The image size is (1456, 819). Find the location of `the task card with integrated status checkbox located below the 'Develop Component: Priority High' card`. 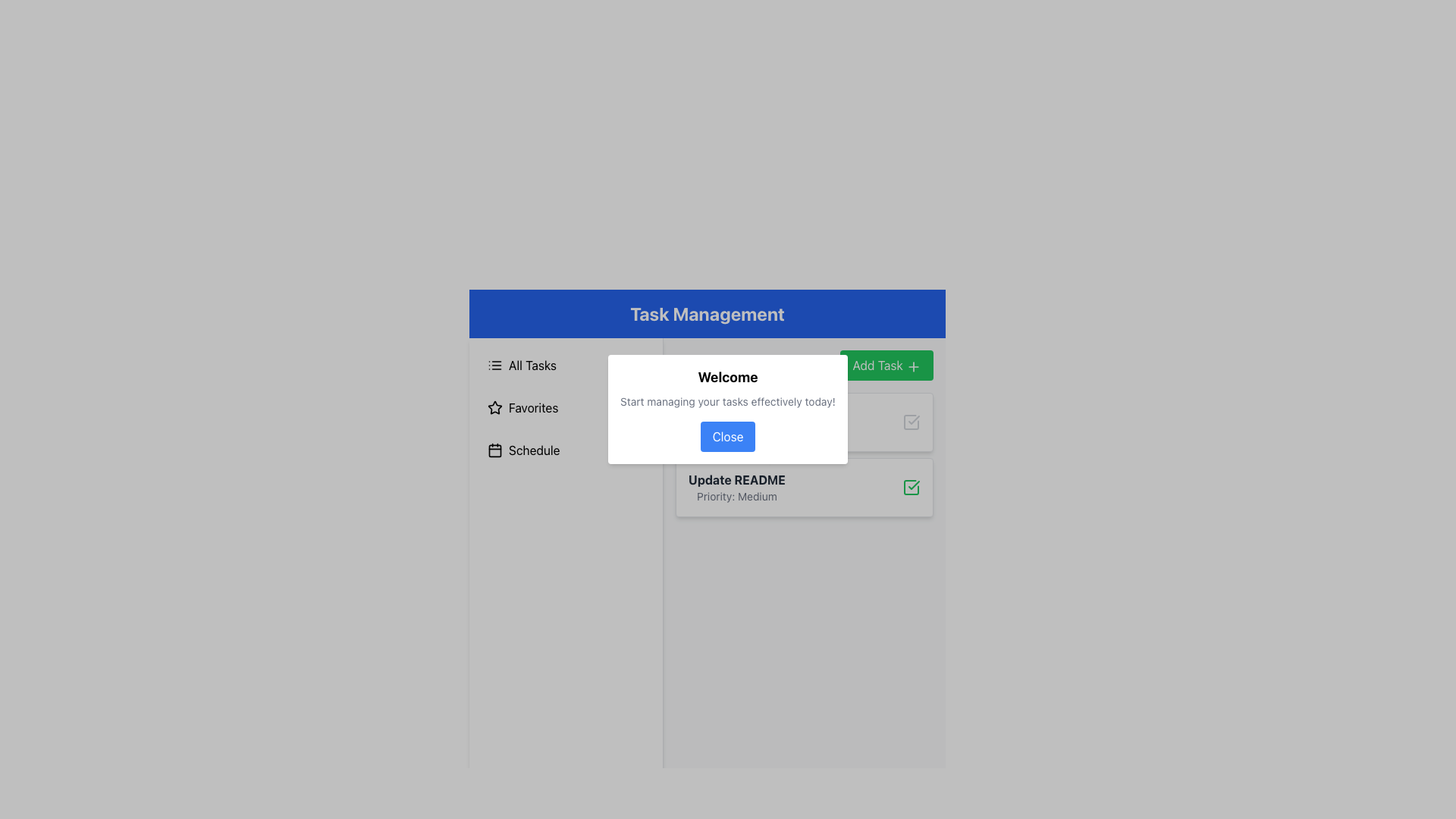

the task card with integrated status checkbox located below the 'Develop Component: Priority High' card is located at coordinates (803, 488).